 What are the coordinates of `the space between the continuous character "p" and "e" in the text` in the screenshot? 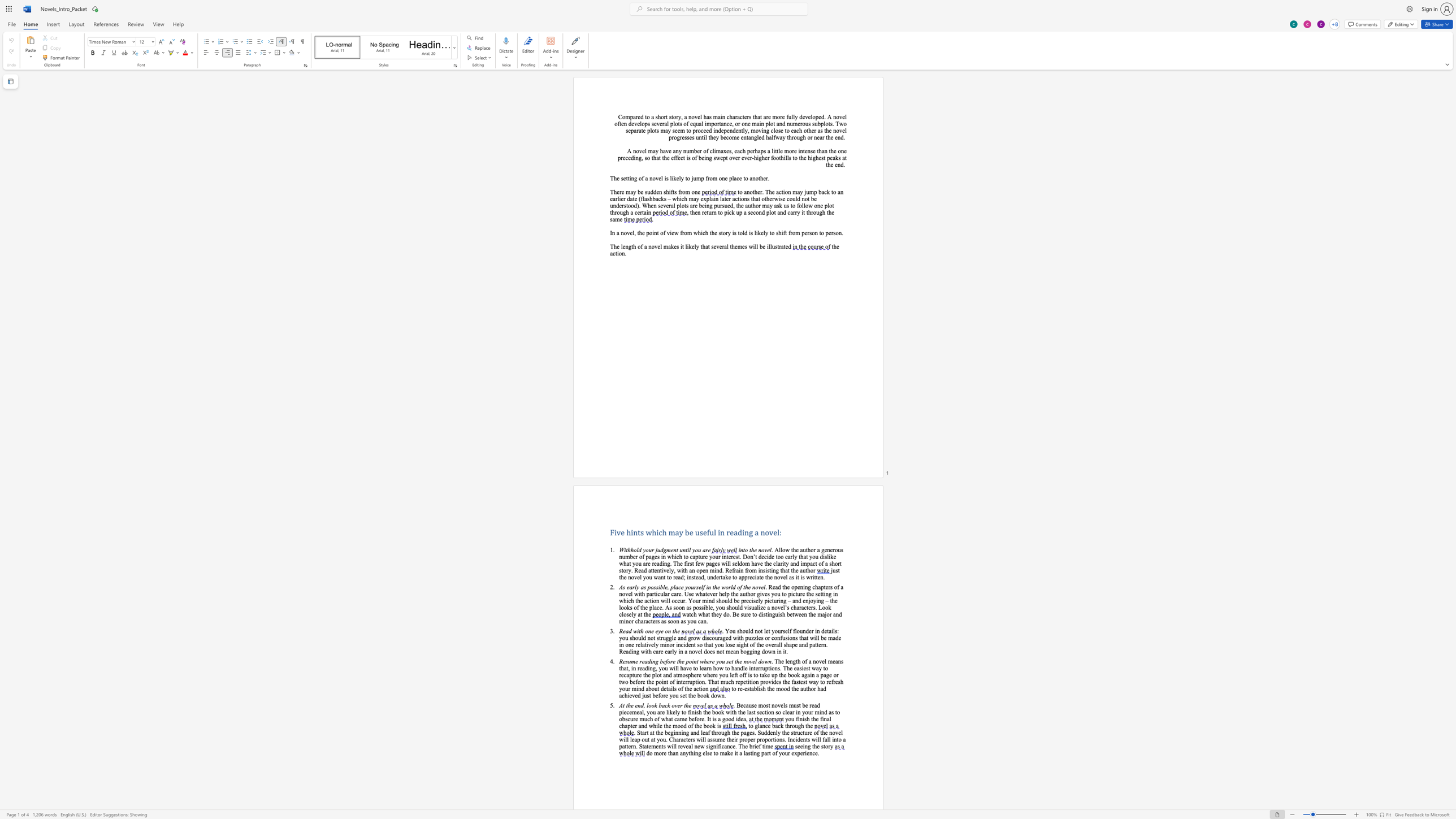 It's located at (818, 116).